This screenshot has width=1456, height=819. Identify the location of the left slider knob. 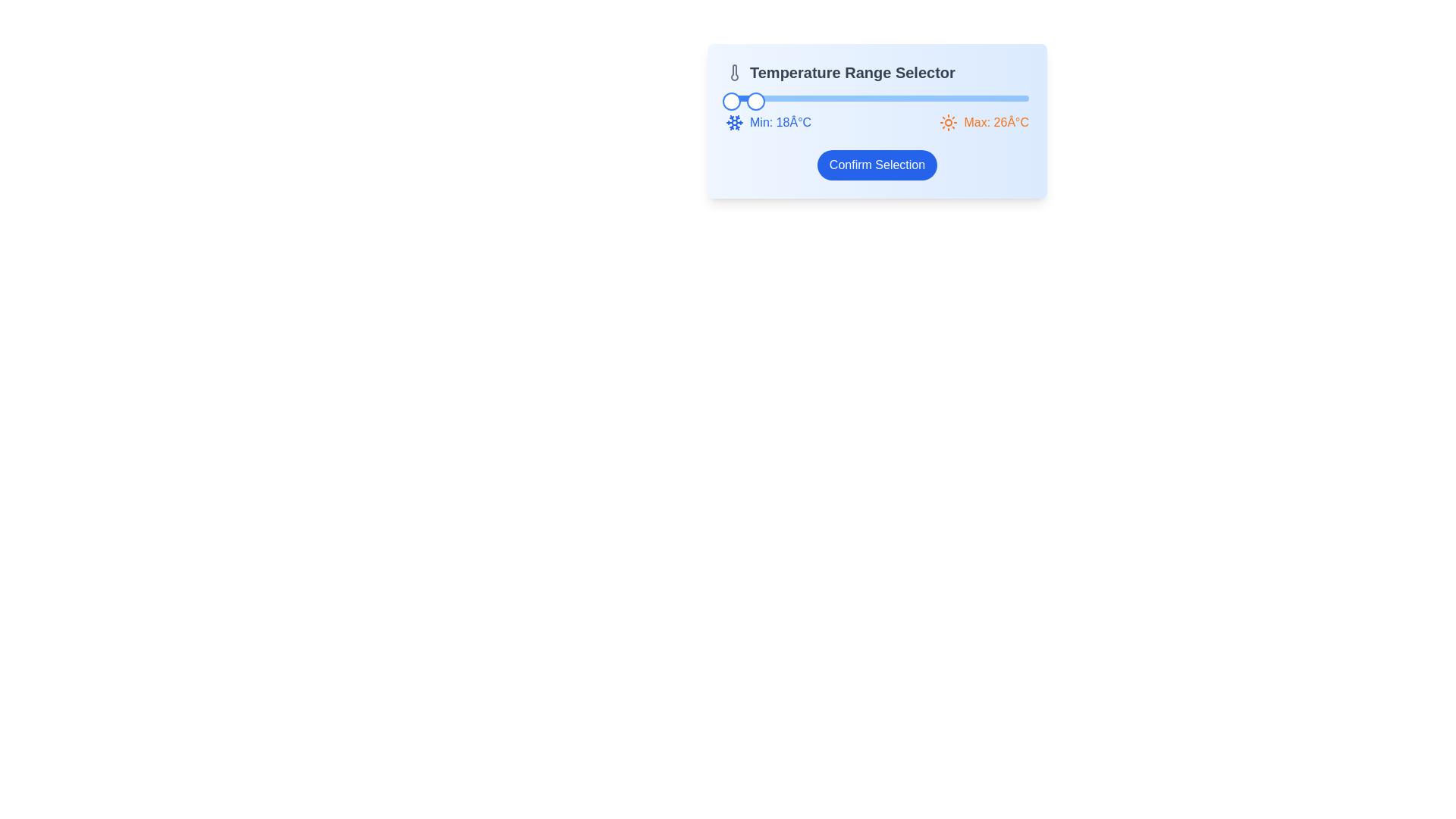
(734, 102).